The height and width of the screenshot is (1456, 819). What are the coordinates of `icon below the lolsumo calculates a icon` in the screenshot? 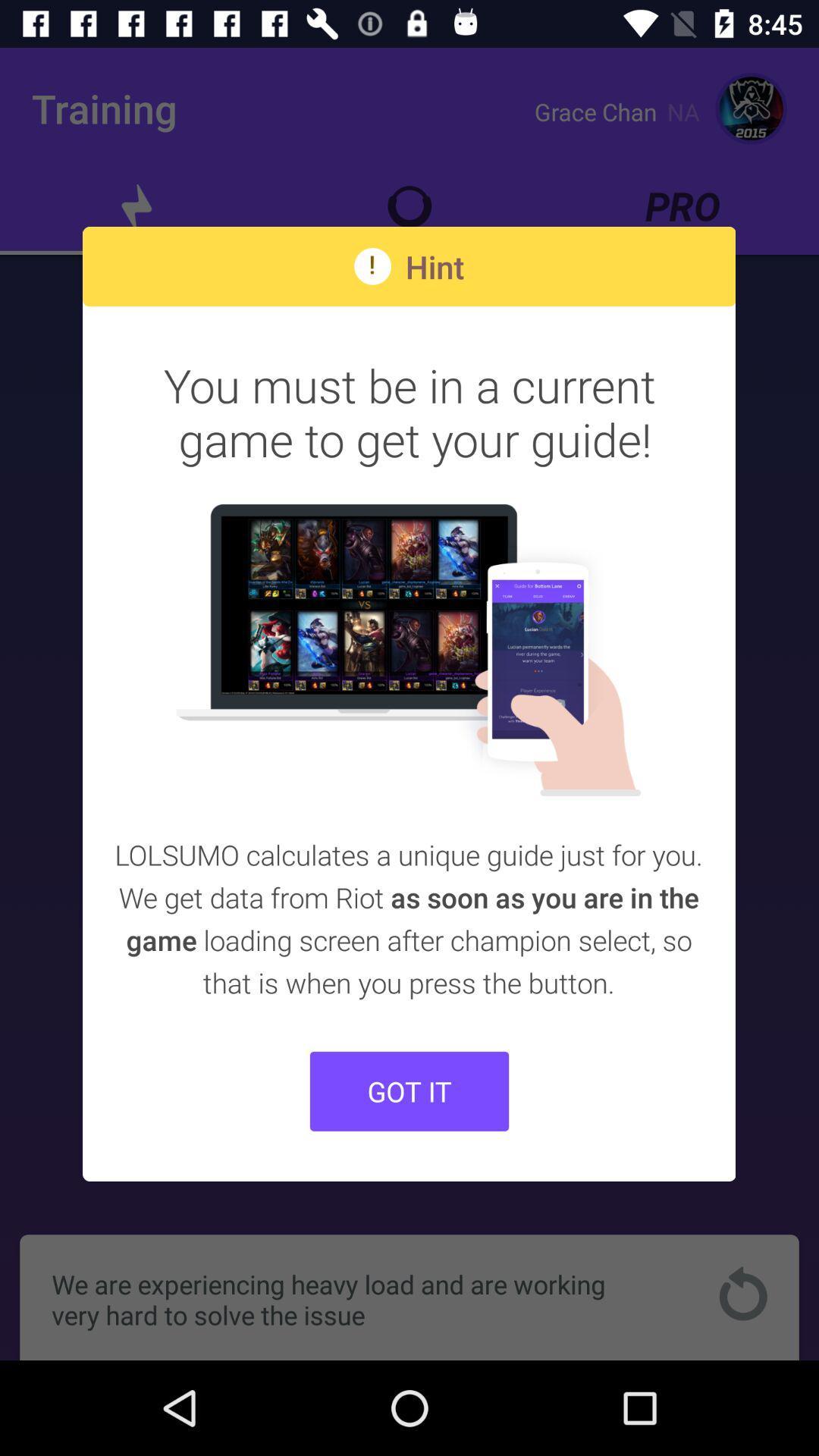 It's located at (409, 1090).